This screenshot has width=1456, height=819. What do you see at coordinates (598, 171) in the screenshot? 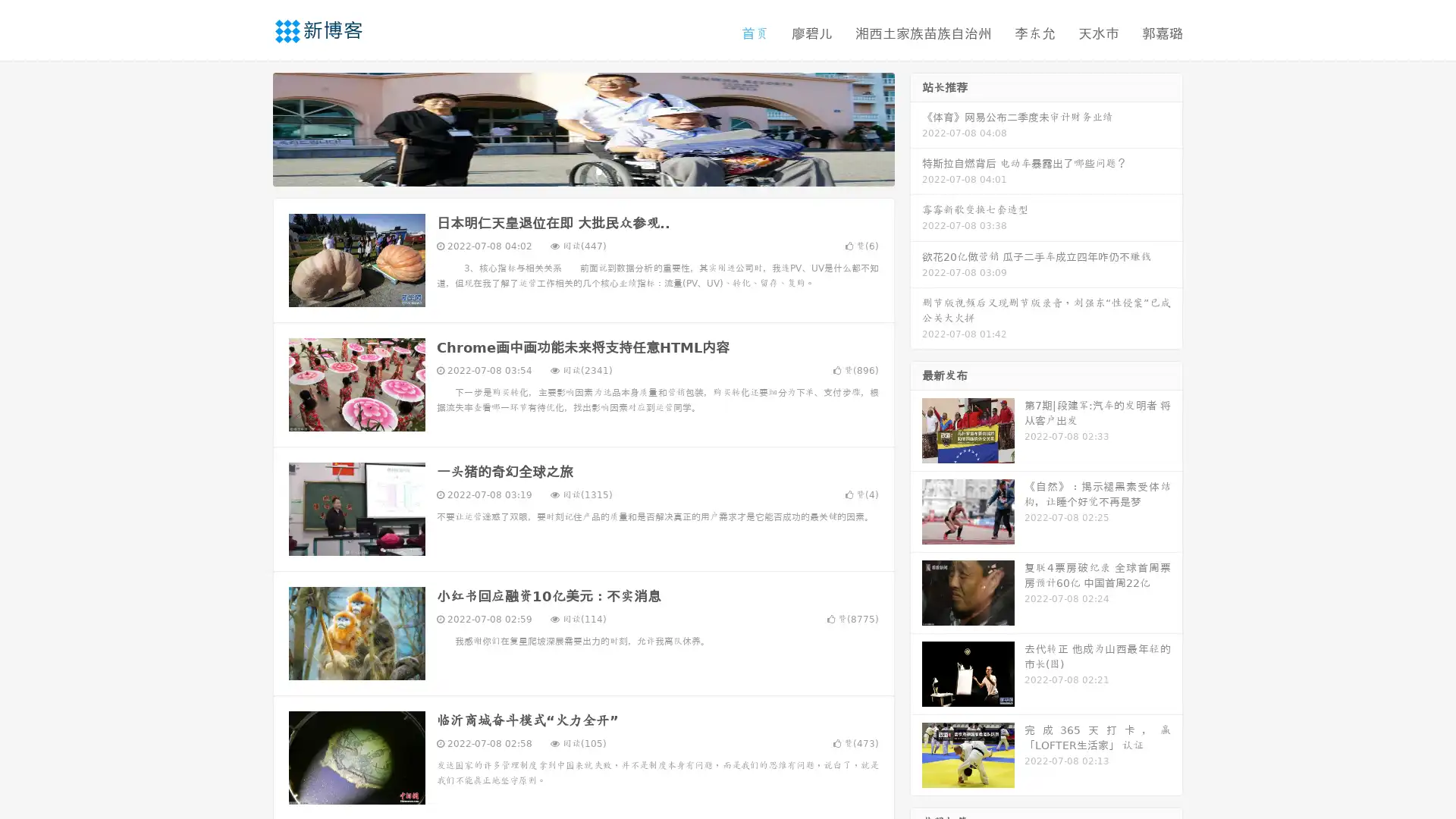
I see `Go to slide 3` at bounding box center [598, 171].